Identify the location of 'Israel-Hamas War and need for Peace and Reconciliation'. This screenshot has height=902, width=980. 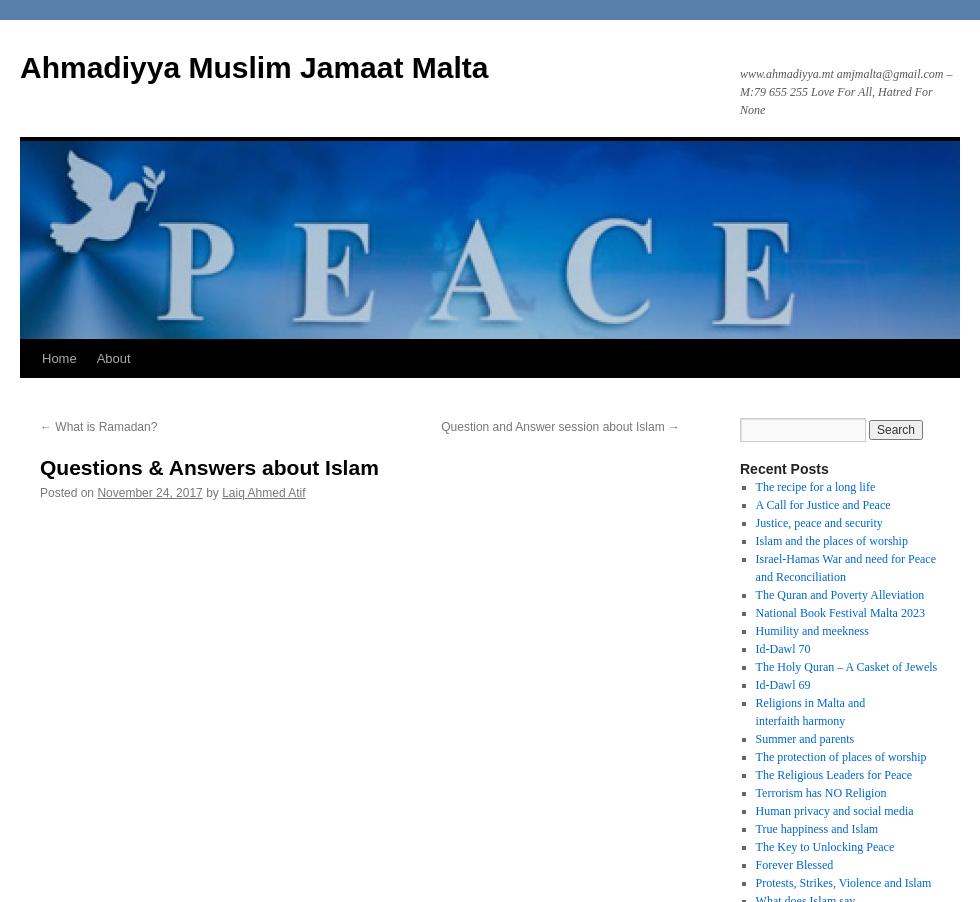
(844, 567).